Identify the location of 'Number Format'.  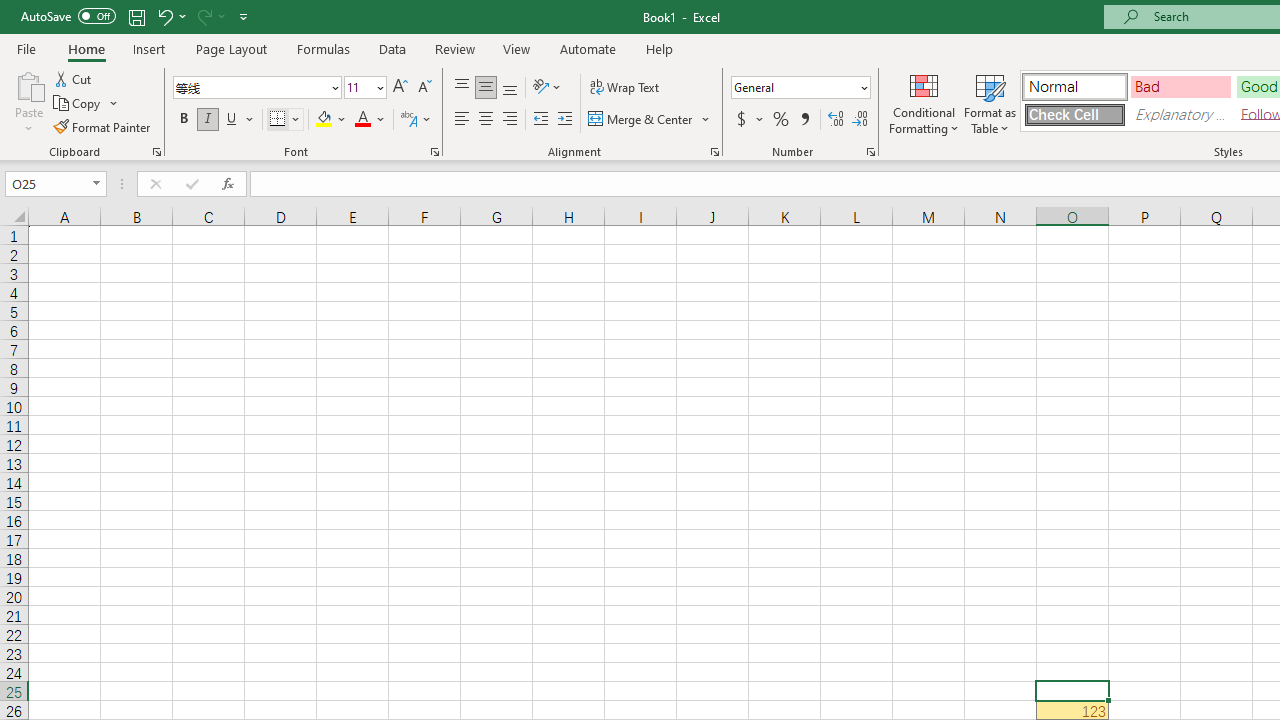
(800, 86).